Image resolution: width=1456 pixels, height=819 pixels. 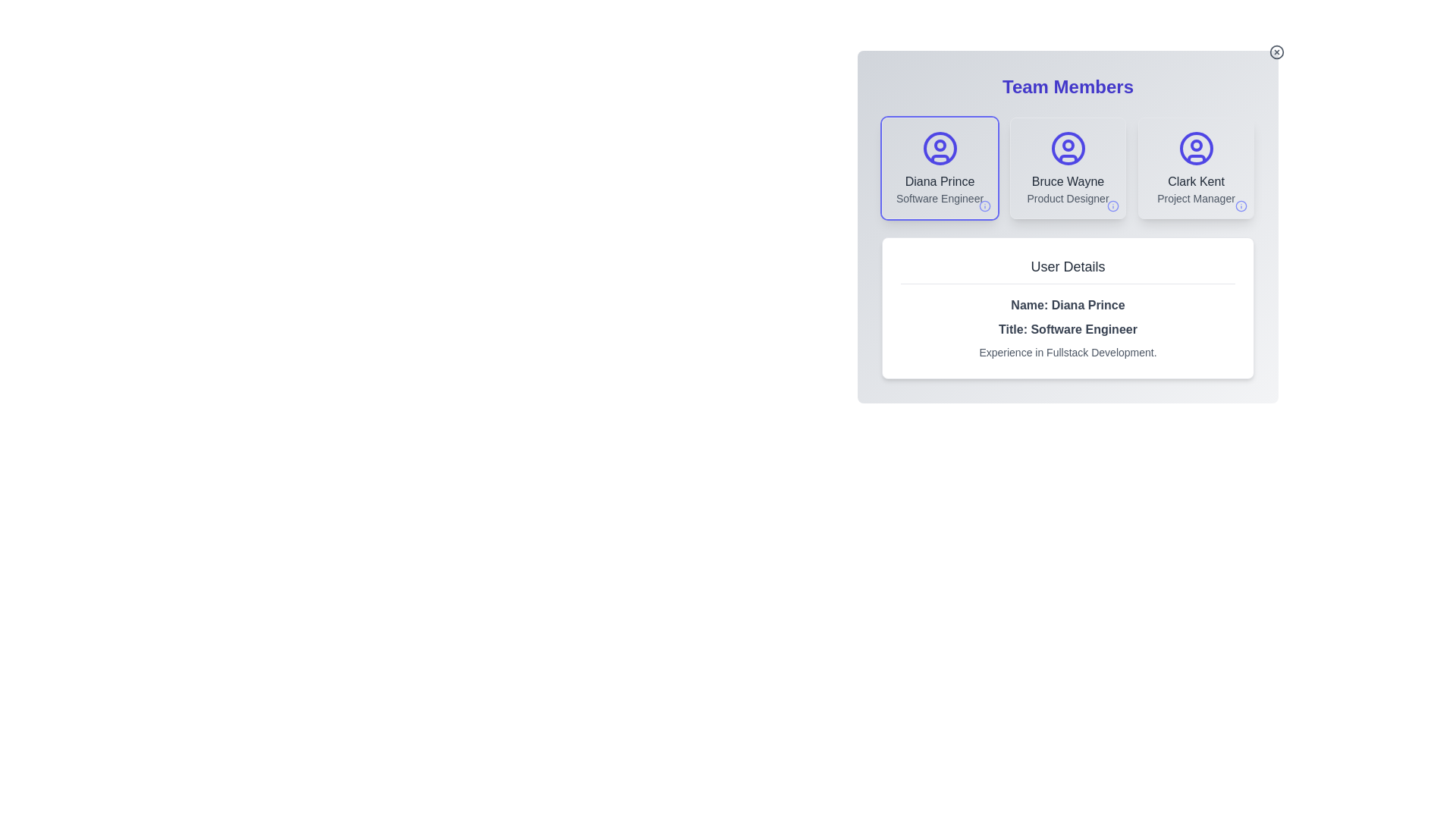 What do you see at coordinates (1195, 198) in the screenshot?
I see `the 'Project Manager' text label, which is displayed in gray below the name 'Clark Kent' in the staff information card layout` at bounding box center [1195, 198].